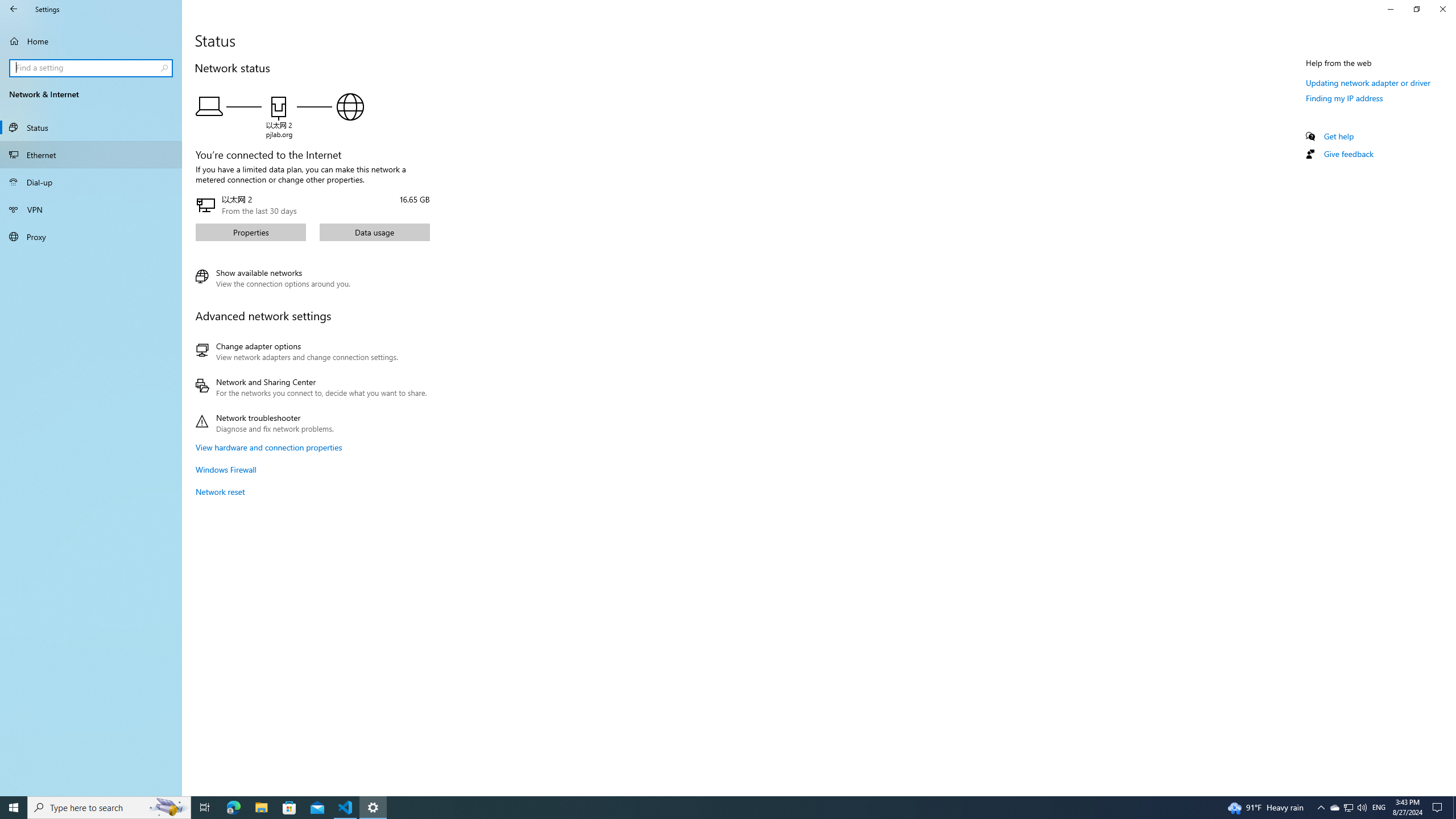  What do you see at coordinates (1368, 82) in the screenshot?
I see `'Updating network adapter or driver'` at bounding box center [1368, 82].